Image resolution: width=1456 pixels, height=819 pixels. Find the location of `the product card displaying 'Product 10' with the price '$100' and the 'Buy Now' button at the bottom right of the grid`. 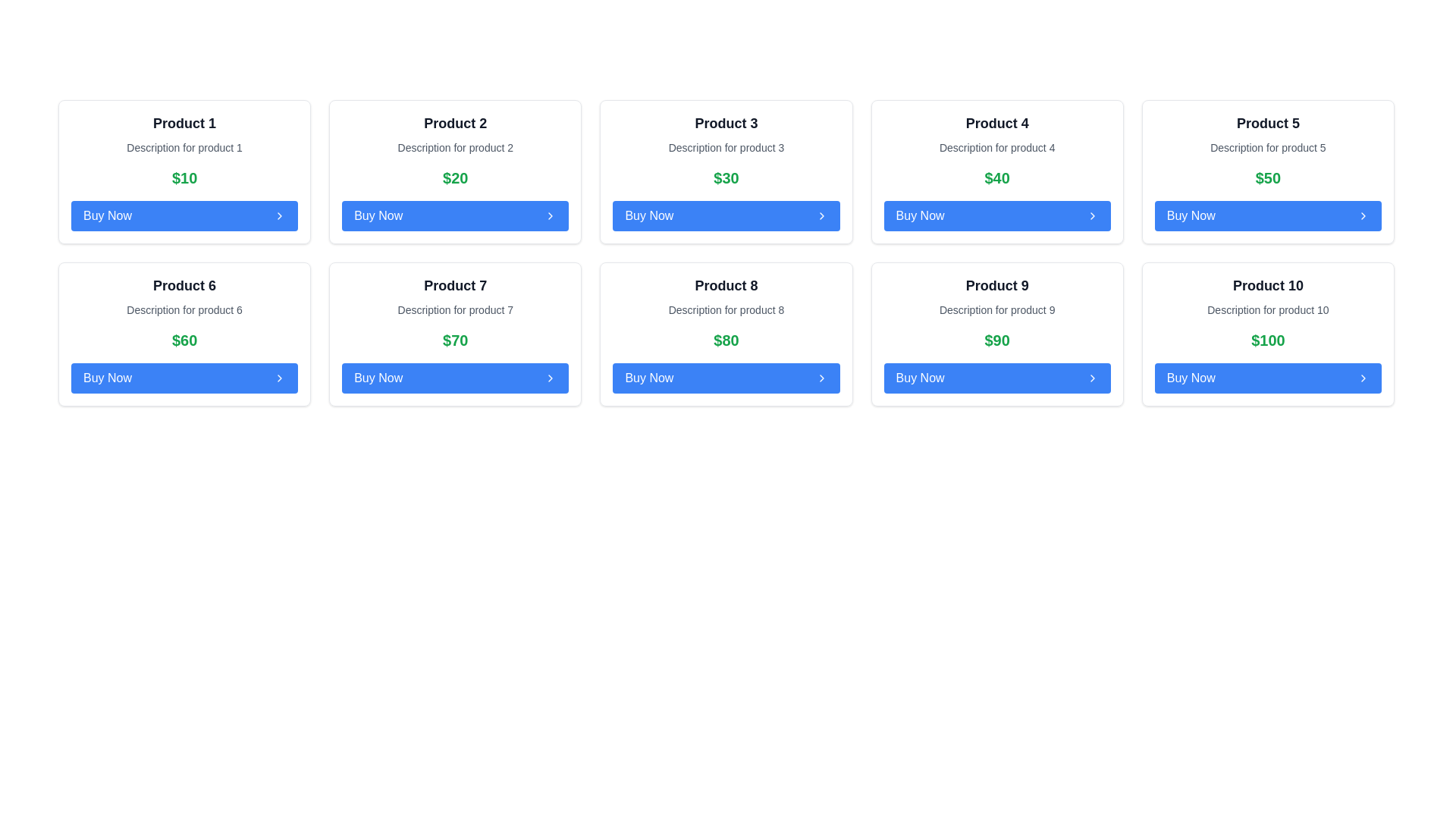

the product card displaying 'Product 10' with the price '$100' and the 'Buy Now' button at the bottom right of the grid is located at coordinates (1268, 333).